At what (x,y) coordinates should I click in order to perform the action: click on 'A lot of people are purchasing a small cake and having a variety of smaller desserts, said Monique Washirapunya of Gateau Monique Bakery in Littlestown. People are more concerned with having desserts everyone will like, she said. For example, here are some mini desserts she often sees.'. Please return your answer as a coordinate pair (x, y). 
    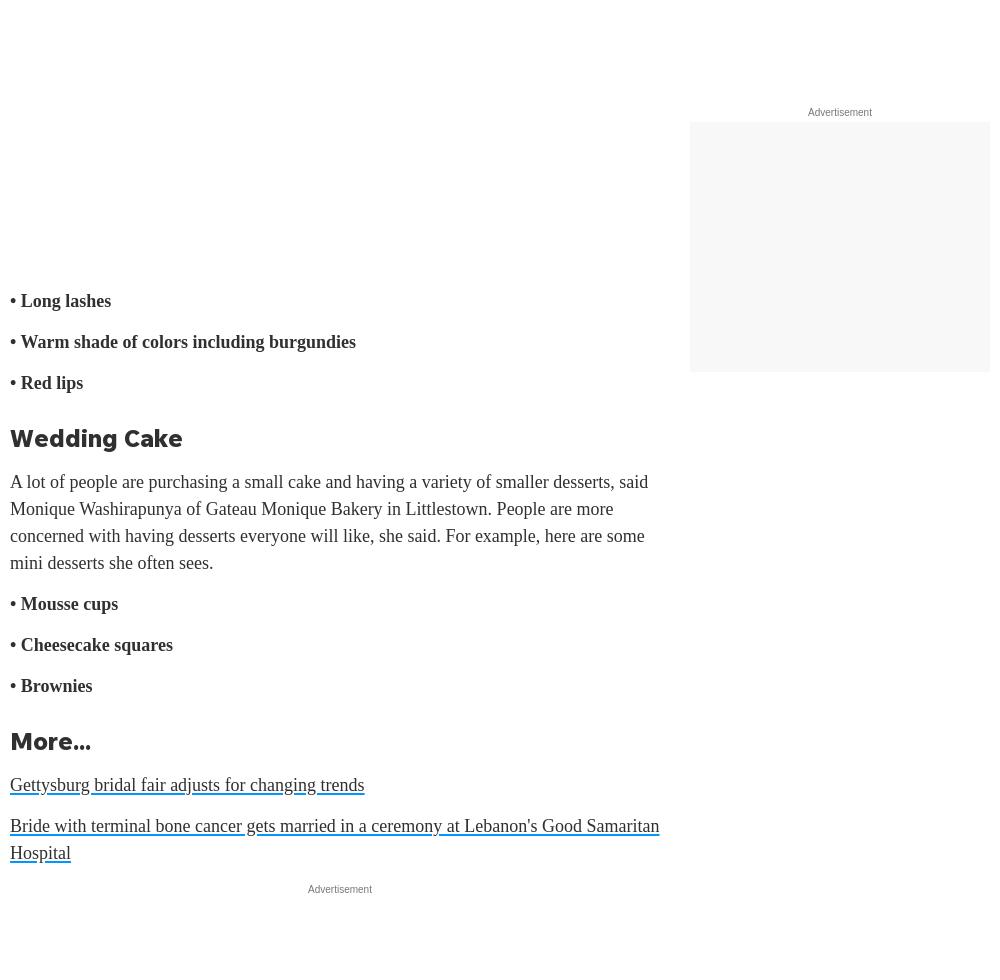
    Looking at the image, I should click on (10, 522).